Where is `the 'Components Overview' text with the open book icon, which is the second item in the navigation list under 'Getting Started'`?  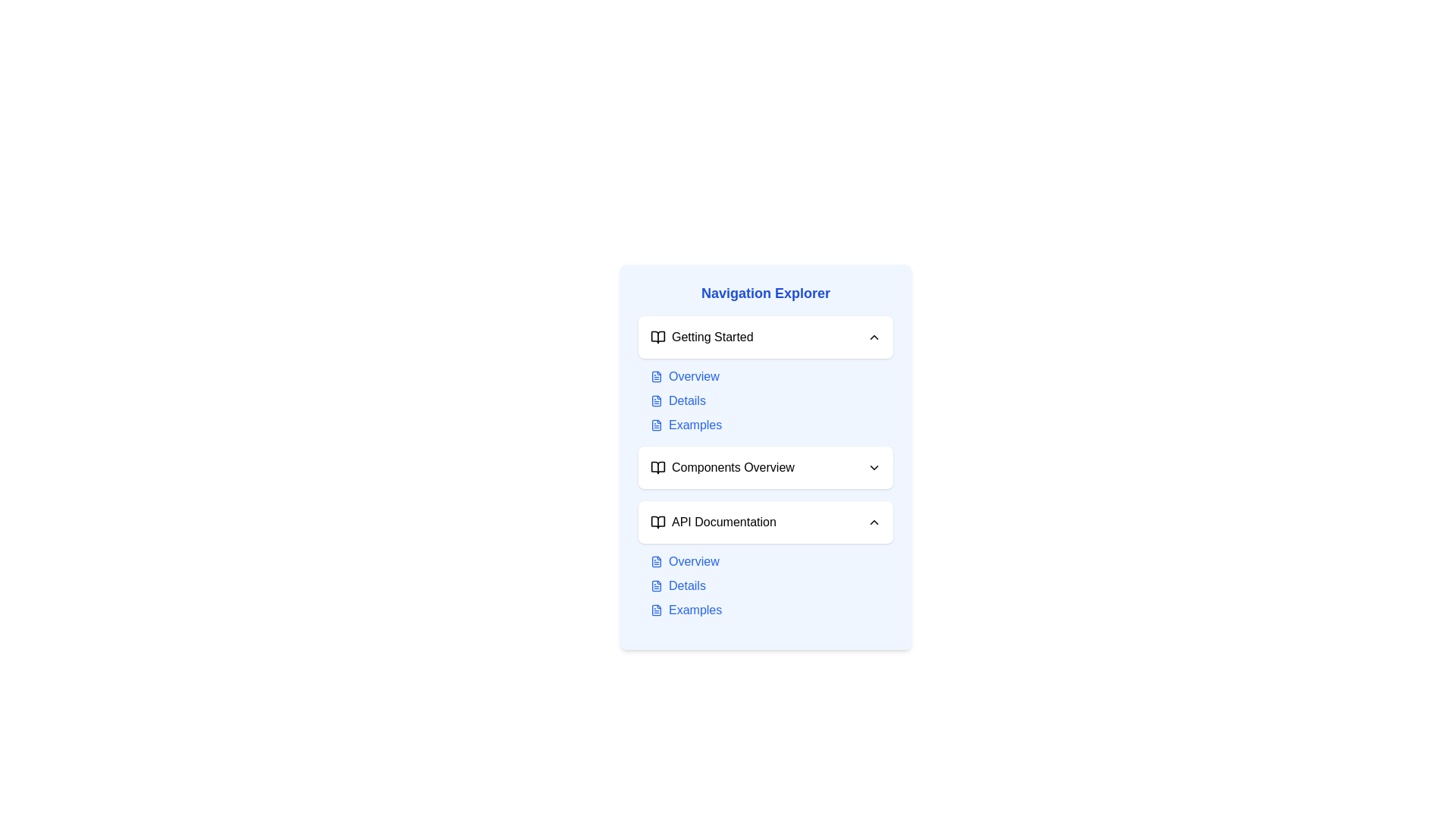
the 'Components Overview' text with the open book icon, which is the second item in the navigation list under 'Getting Started' is located at coordinates (721, 467).